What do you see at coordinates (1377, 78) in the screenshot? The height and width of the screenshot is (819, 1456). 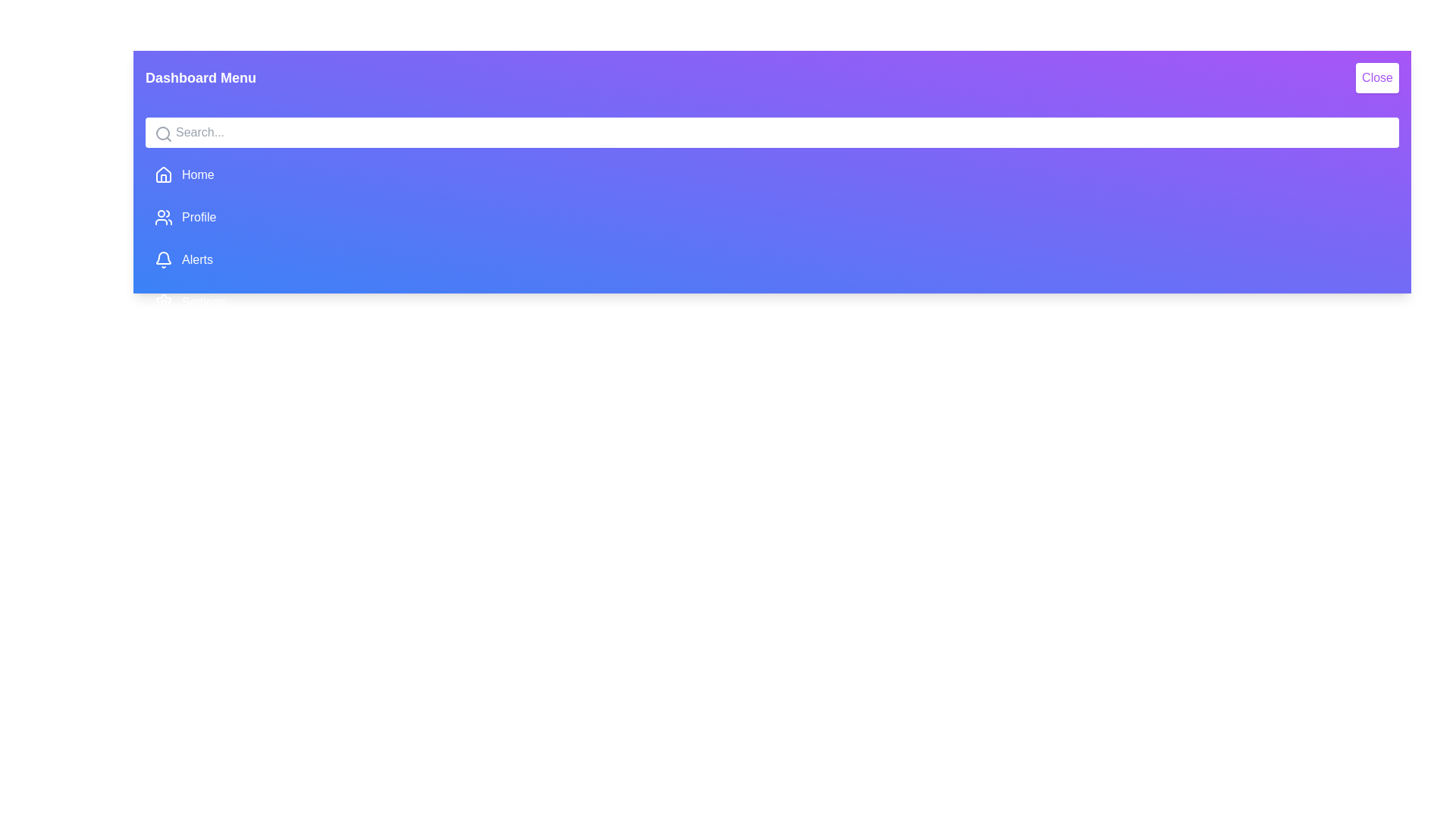 I see `the 'Close' button with a white background and purple text located at the top-right corner of the interface` at bounding box center [1377, 78].